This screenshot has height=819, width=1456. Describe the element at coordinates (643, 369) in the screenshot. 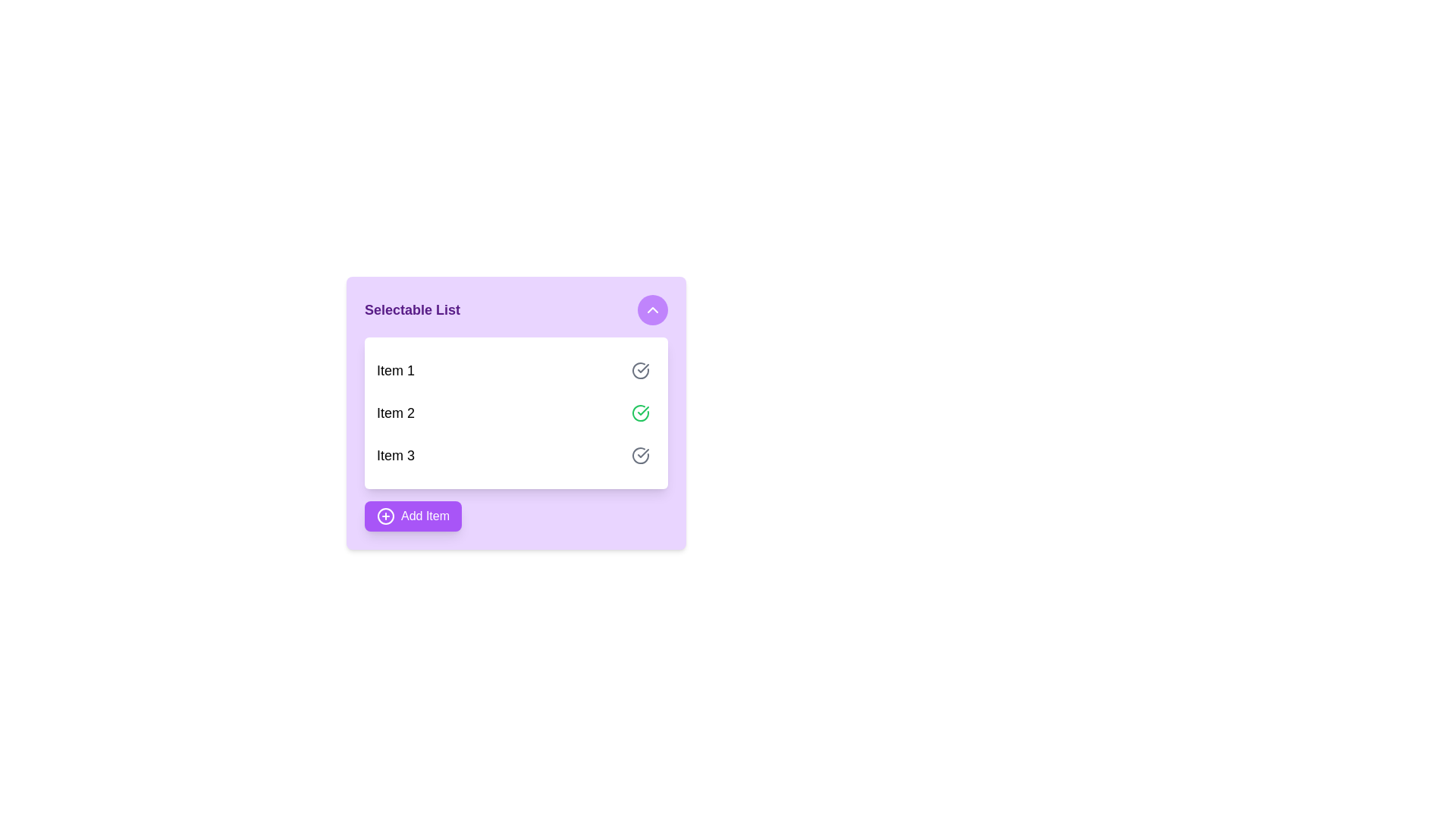

I see `the status indicated by the checkmark icon representing 'Item 2' in the selectable list` at that location.